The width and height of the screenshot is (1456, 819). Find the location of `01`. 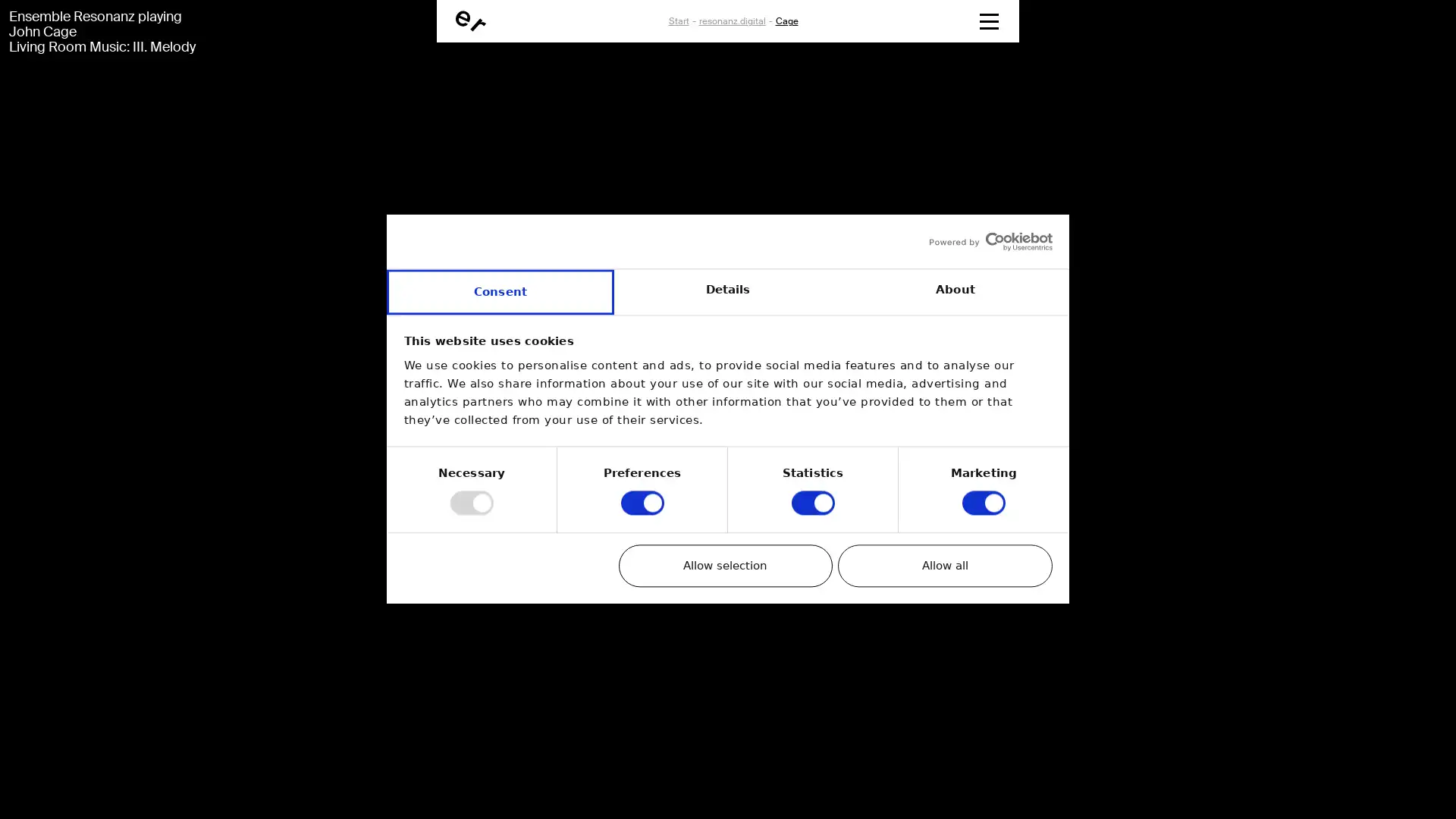

01 is located at coordinates (16, 801).